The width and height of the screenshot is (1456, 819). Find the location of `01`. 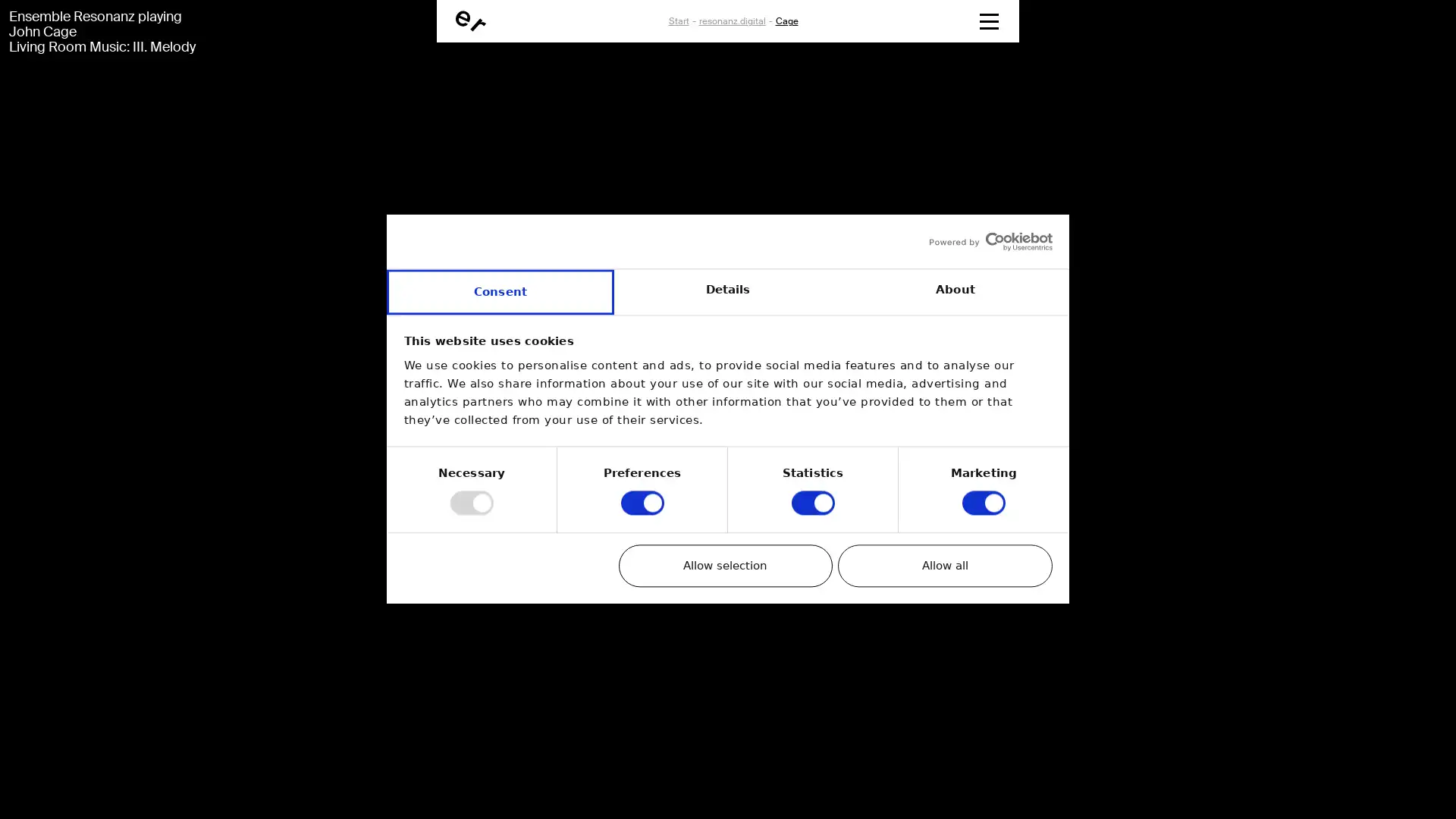

01 is located at coordinates (16, 801).